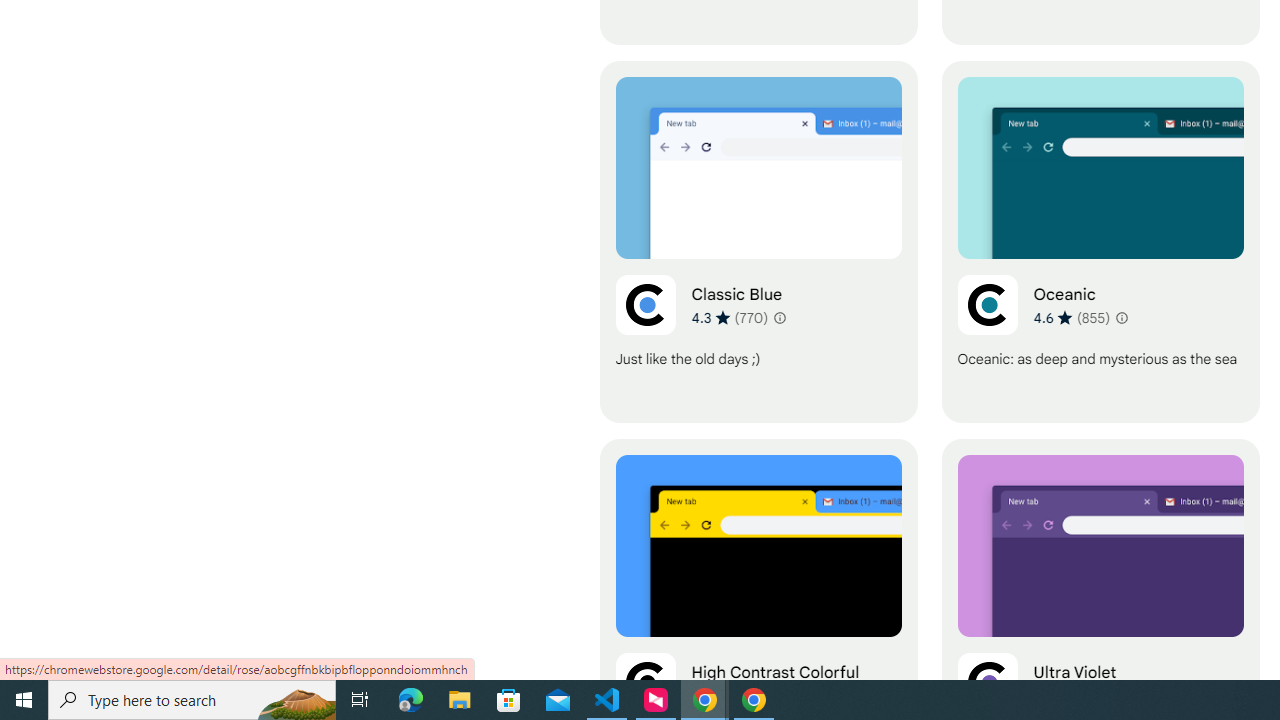  What do you see at coordinates (1120, 316) in the screenshot?
I see `'Learn more about results and reviews "Oceanic"'` at bounding box center [1120, 316].